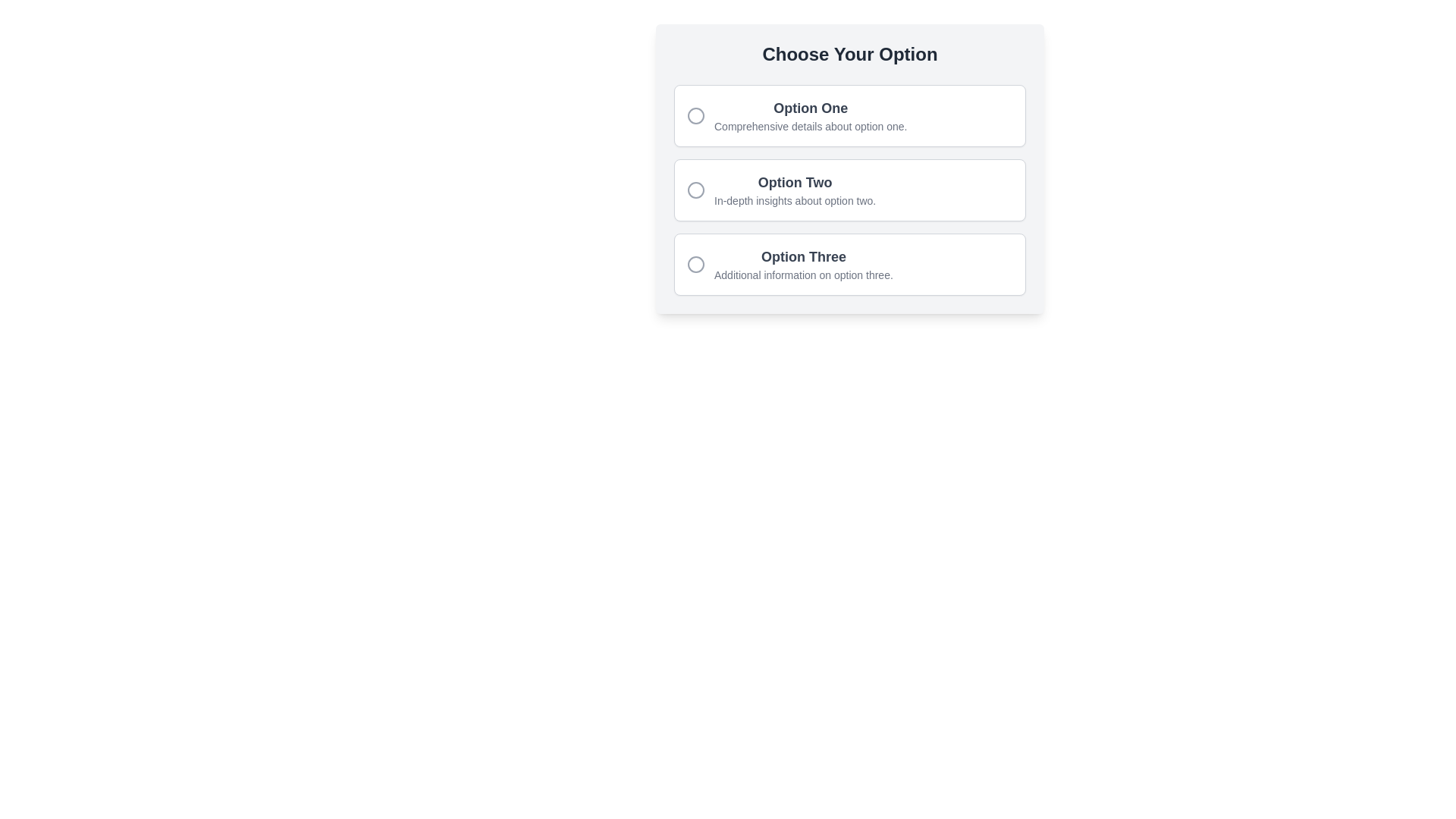 This screenshot has width=1456, height=819. Describe the element at coordinates (695, 189) in the screenshot. I see `the radio button indicator for the second option, located to the left of the text 'Option Two'` at that location.